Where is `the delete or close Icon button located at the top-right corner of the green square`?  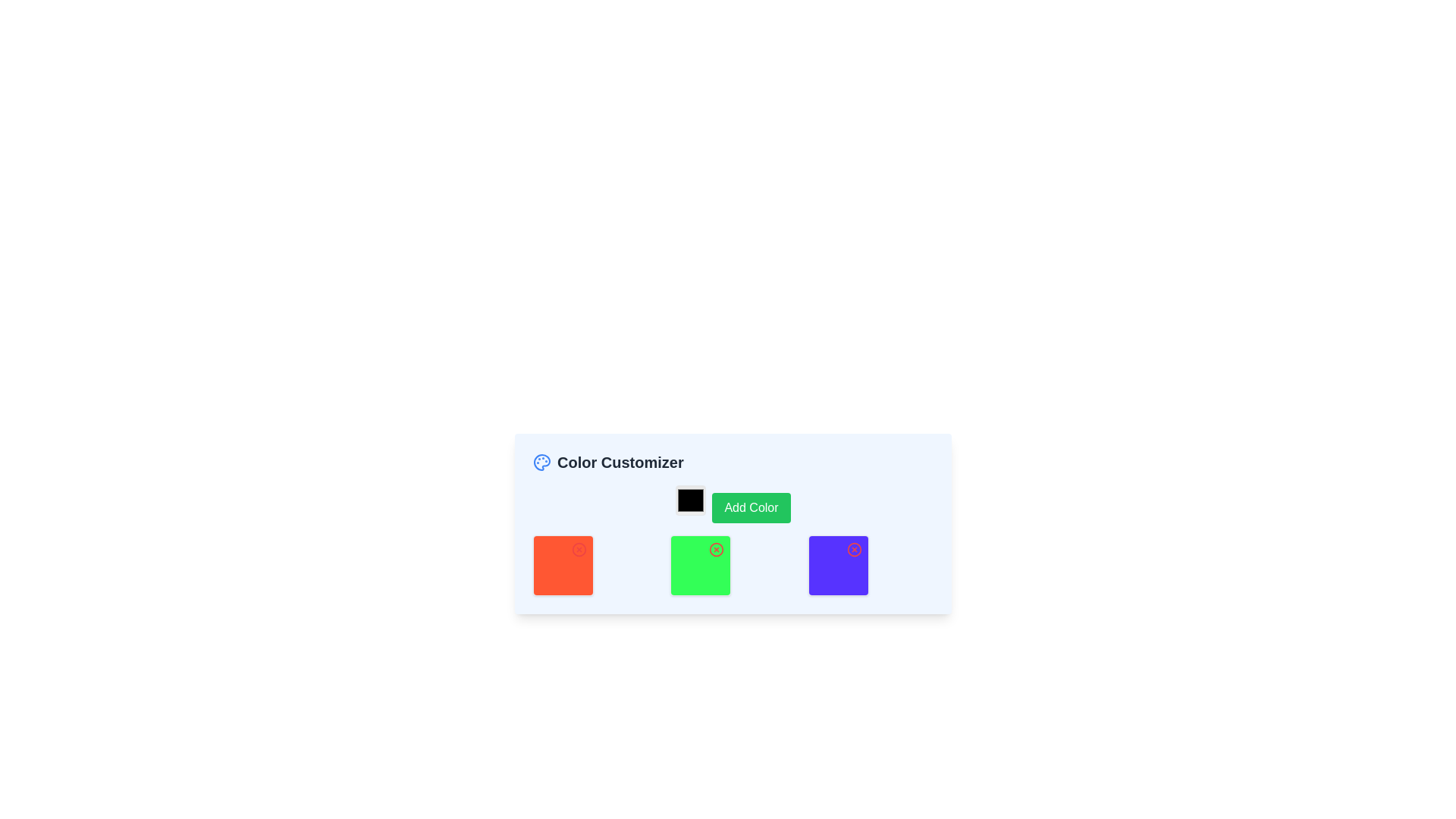 the delete or close Icon button located at the top-right corner of the green square is located at coordinates (716, 550).